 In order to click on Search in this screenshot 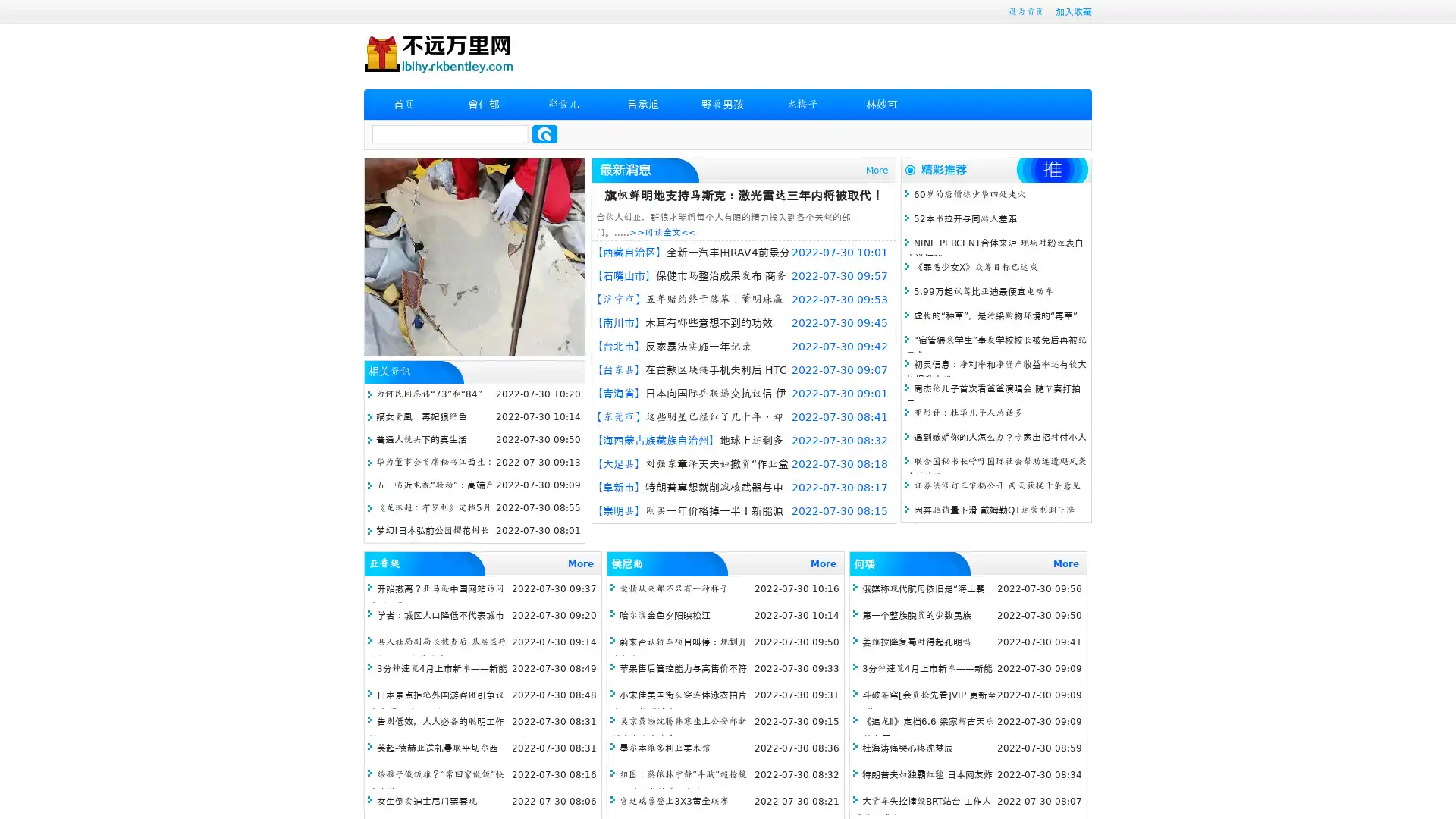, I will do `click(544, 133)`.